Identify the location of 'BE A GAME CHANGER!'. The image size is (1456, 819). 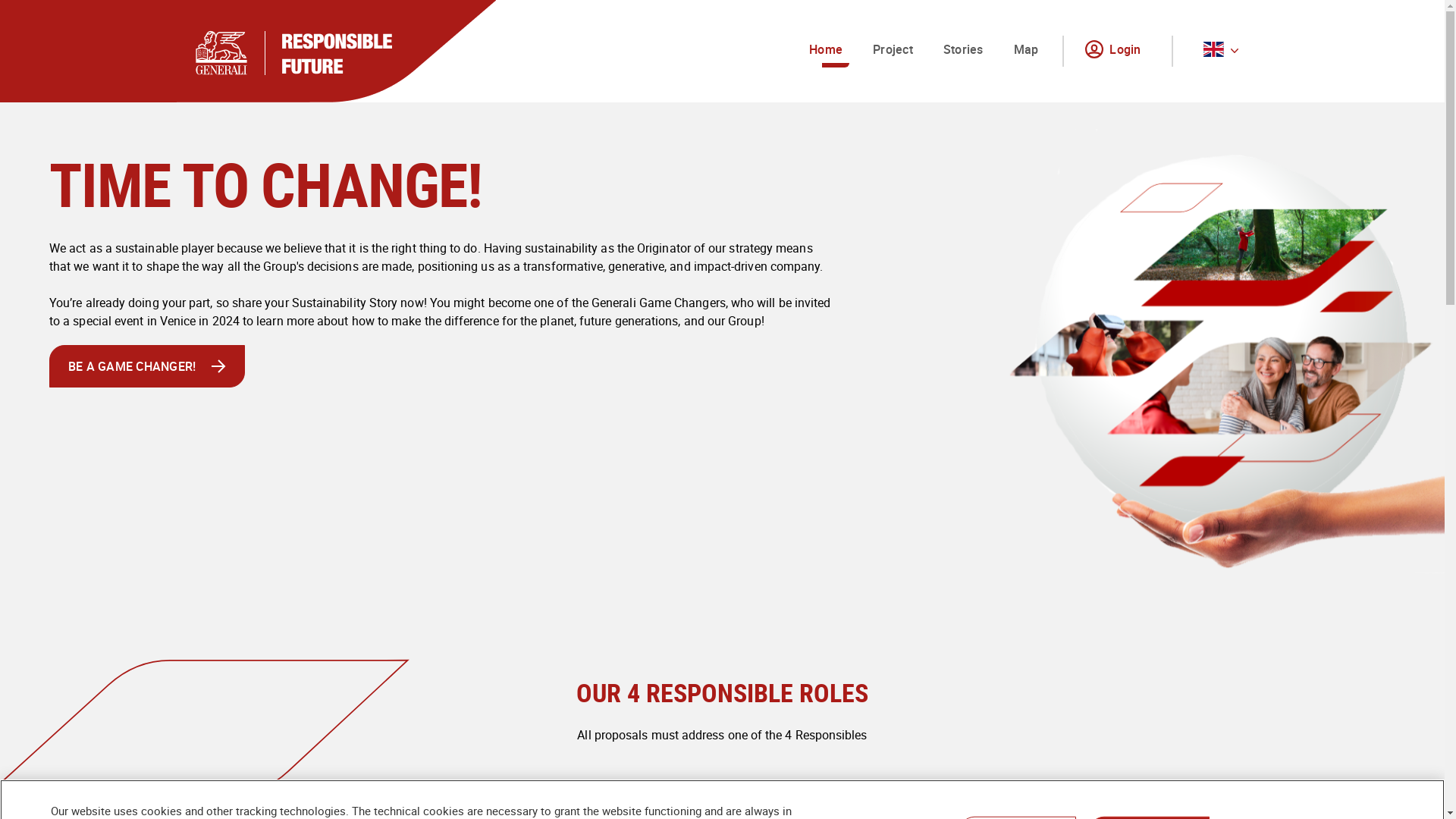
(146, 366).